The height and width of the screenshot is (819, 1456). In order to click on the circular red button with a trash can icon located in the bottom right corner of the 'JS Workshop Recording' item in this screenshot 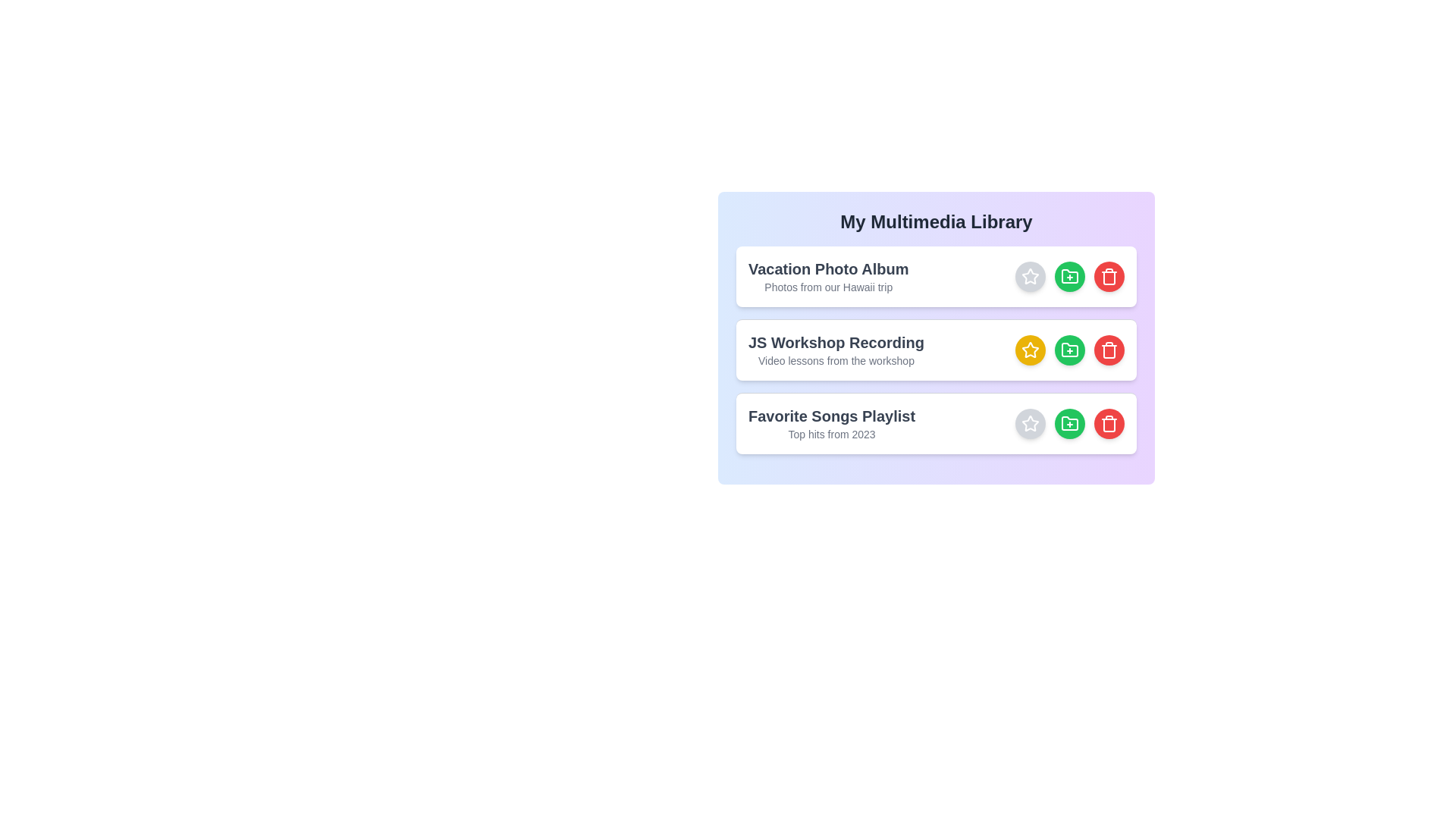, I will do `click(1109, 350)`.